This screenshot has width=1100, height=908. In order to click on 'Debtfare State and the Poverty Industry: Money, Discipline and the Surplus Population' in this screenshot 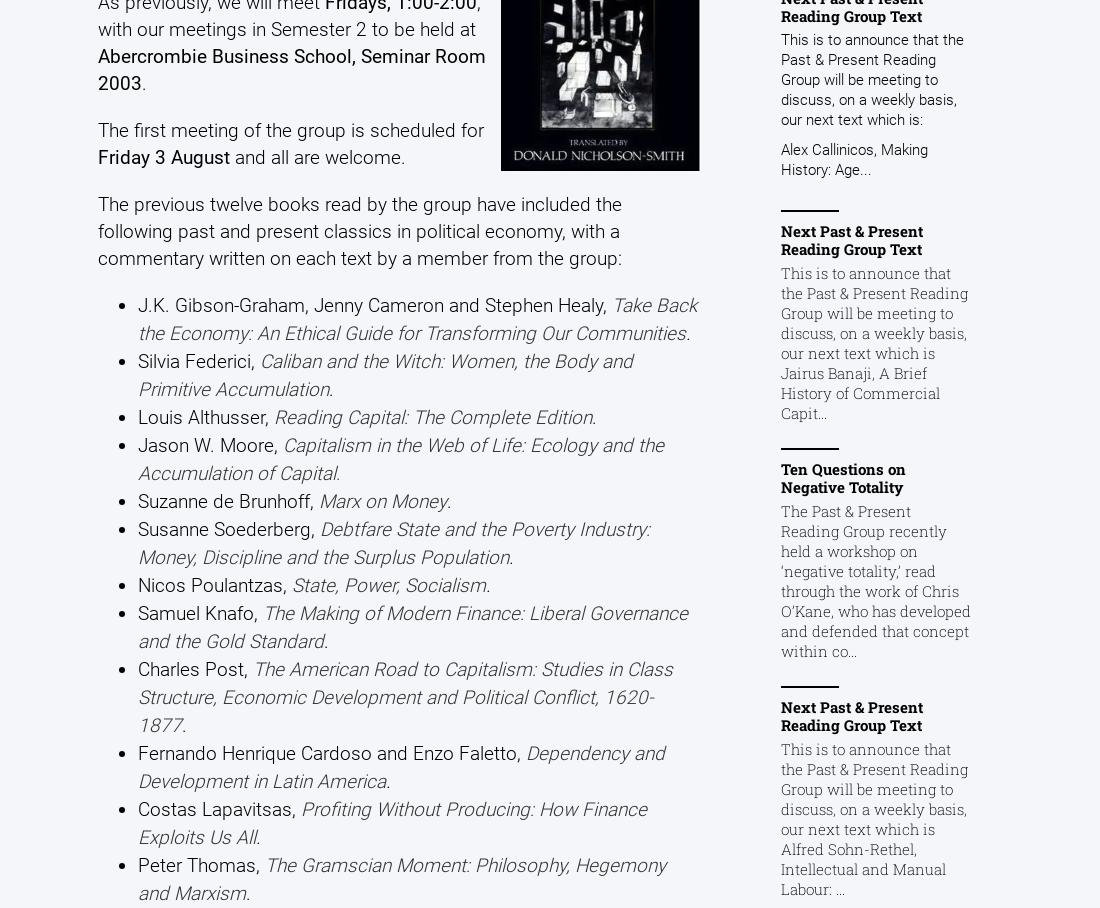, I will do `click(393, 541)`.